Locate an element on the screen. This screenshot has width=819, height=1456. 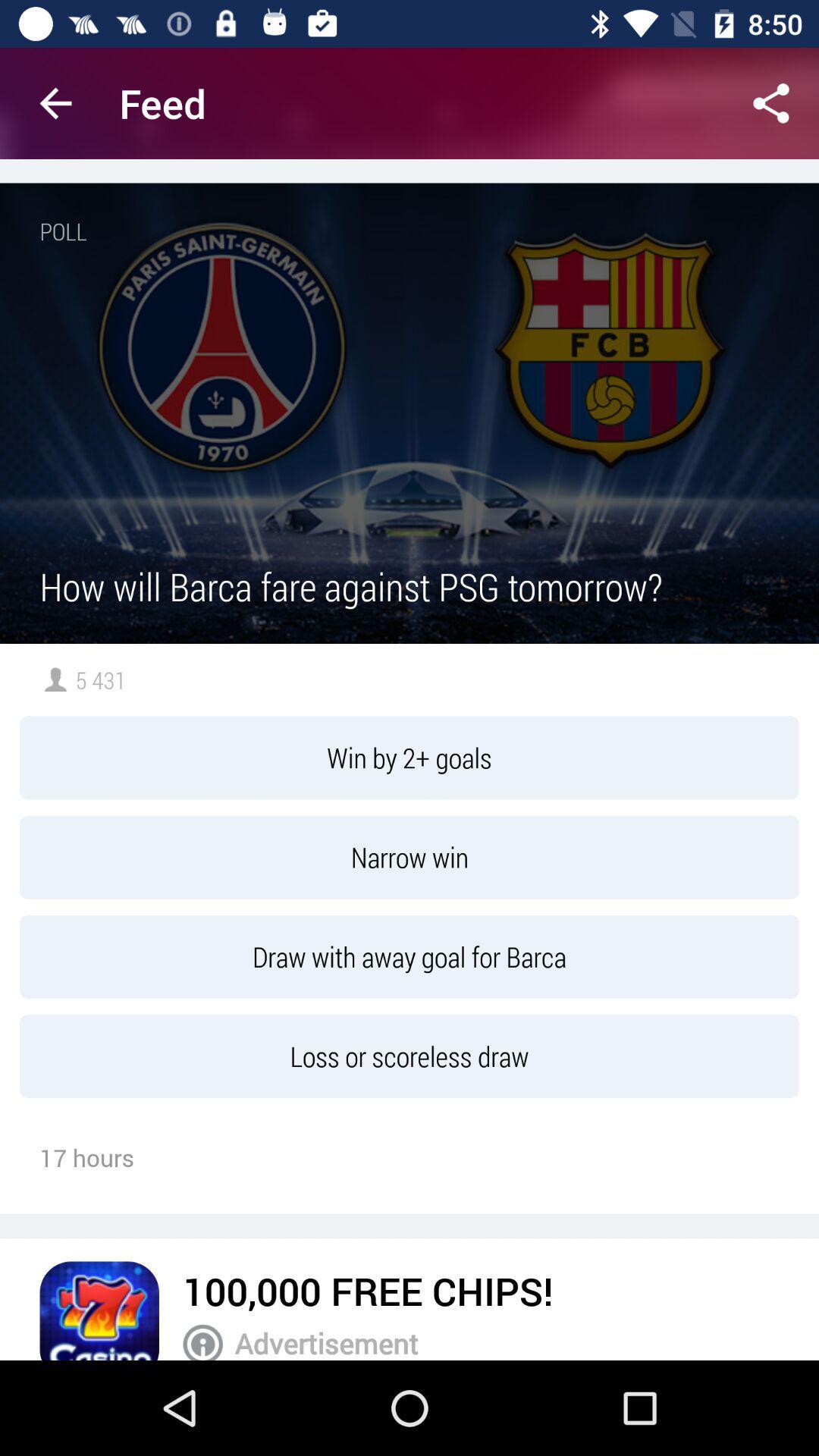
the item below the draw with away item is located at coordinates (409, 1056).